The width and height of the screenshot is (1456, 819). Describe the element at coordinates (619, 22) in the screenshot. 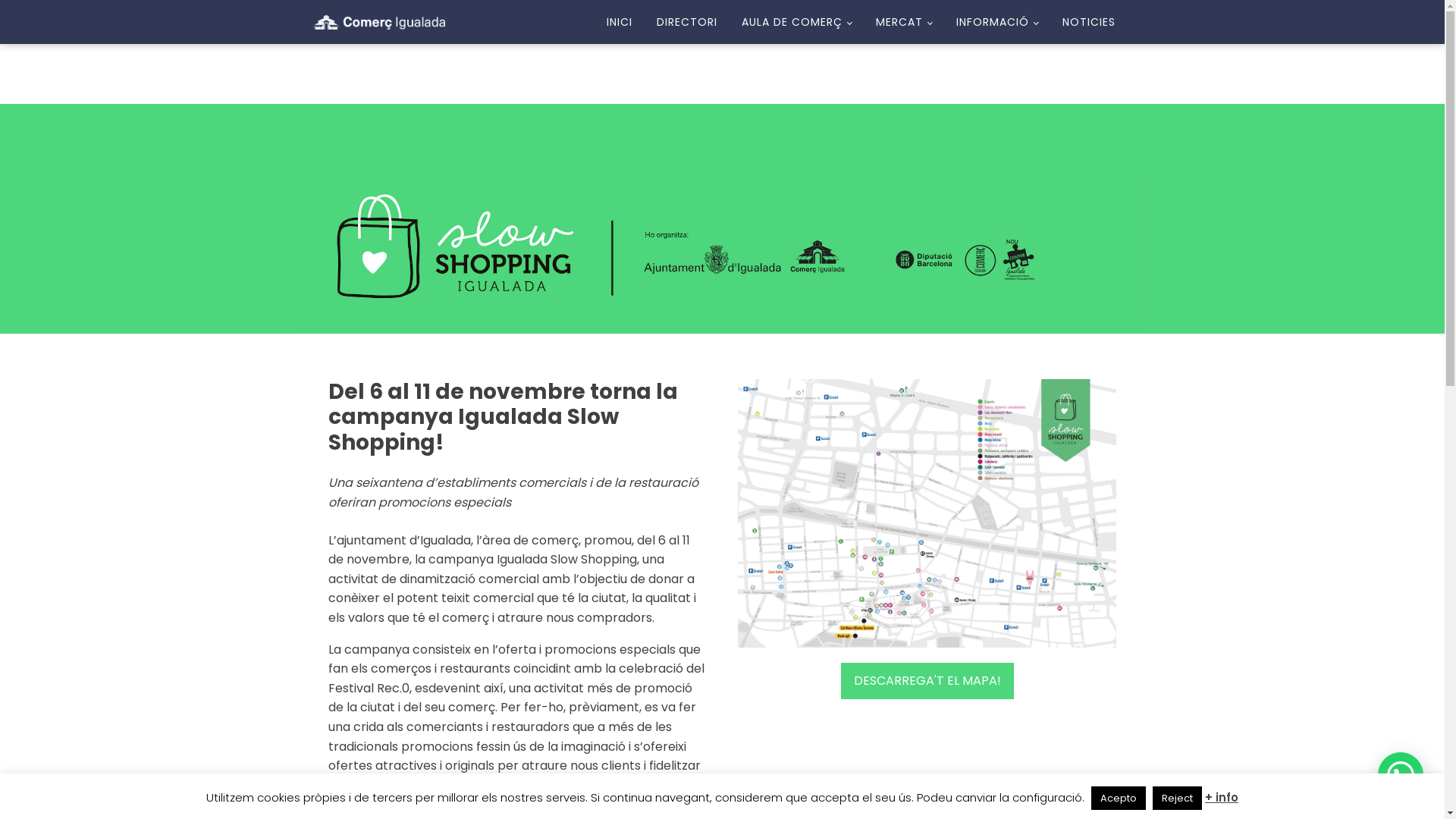

I see `'INICI'` at that location.